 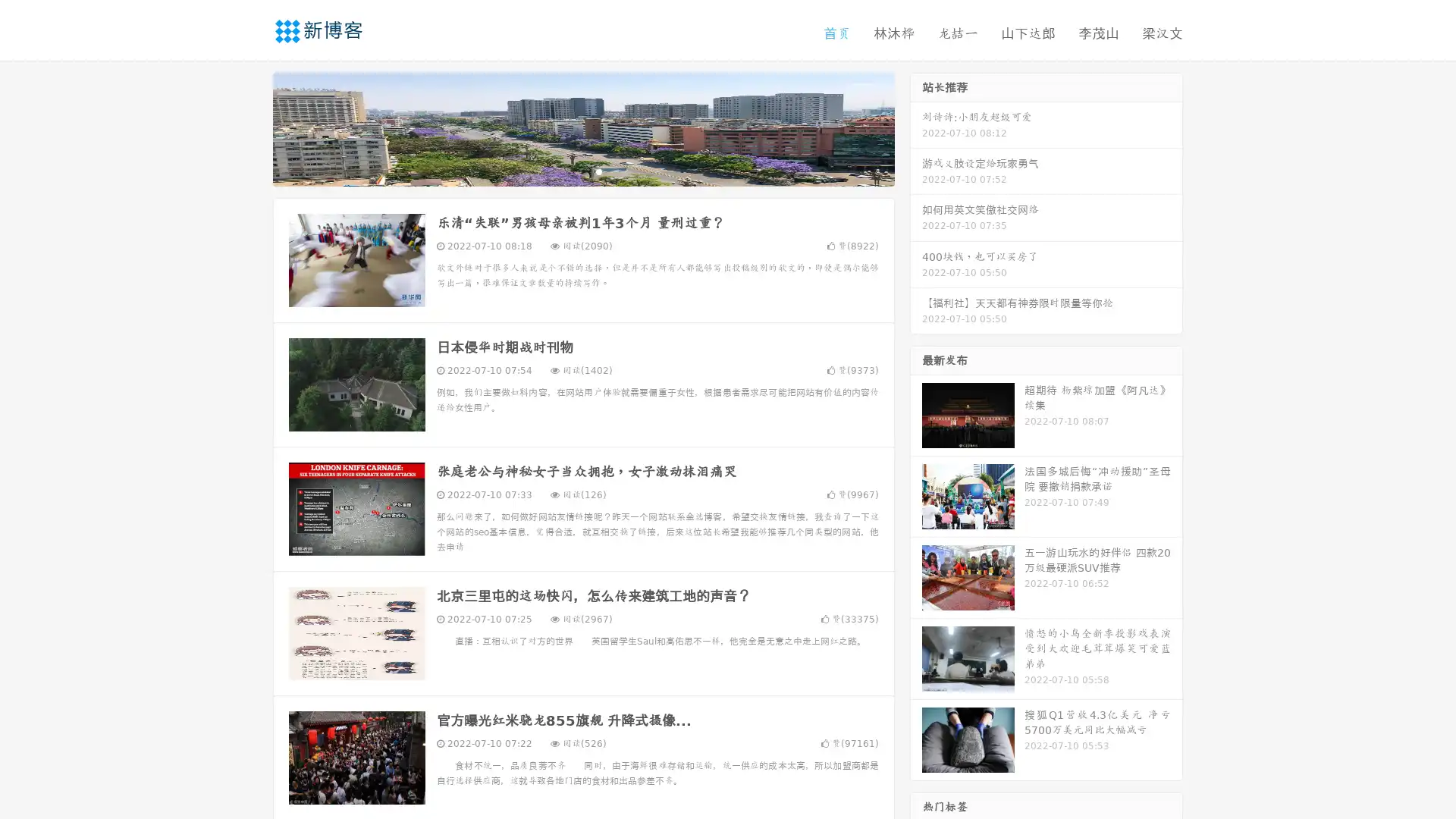 What do you see at coordinates (598, 171) in the screenshot?
I see `Go to slide 3` at bounding box center [598, 171].